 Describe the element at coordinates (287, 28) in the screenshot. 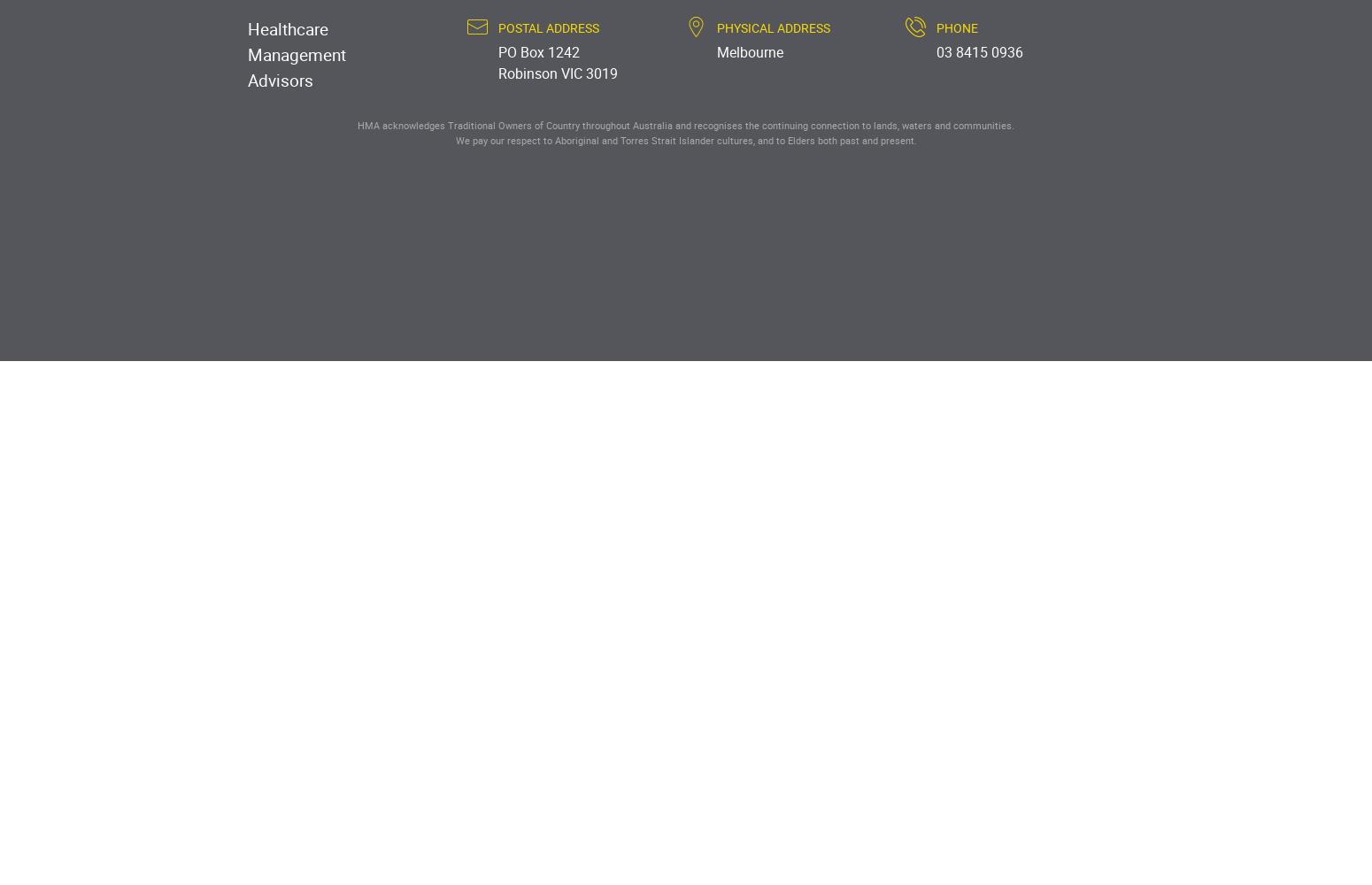

I see `'Healthcare'` at that location.